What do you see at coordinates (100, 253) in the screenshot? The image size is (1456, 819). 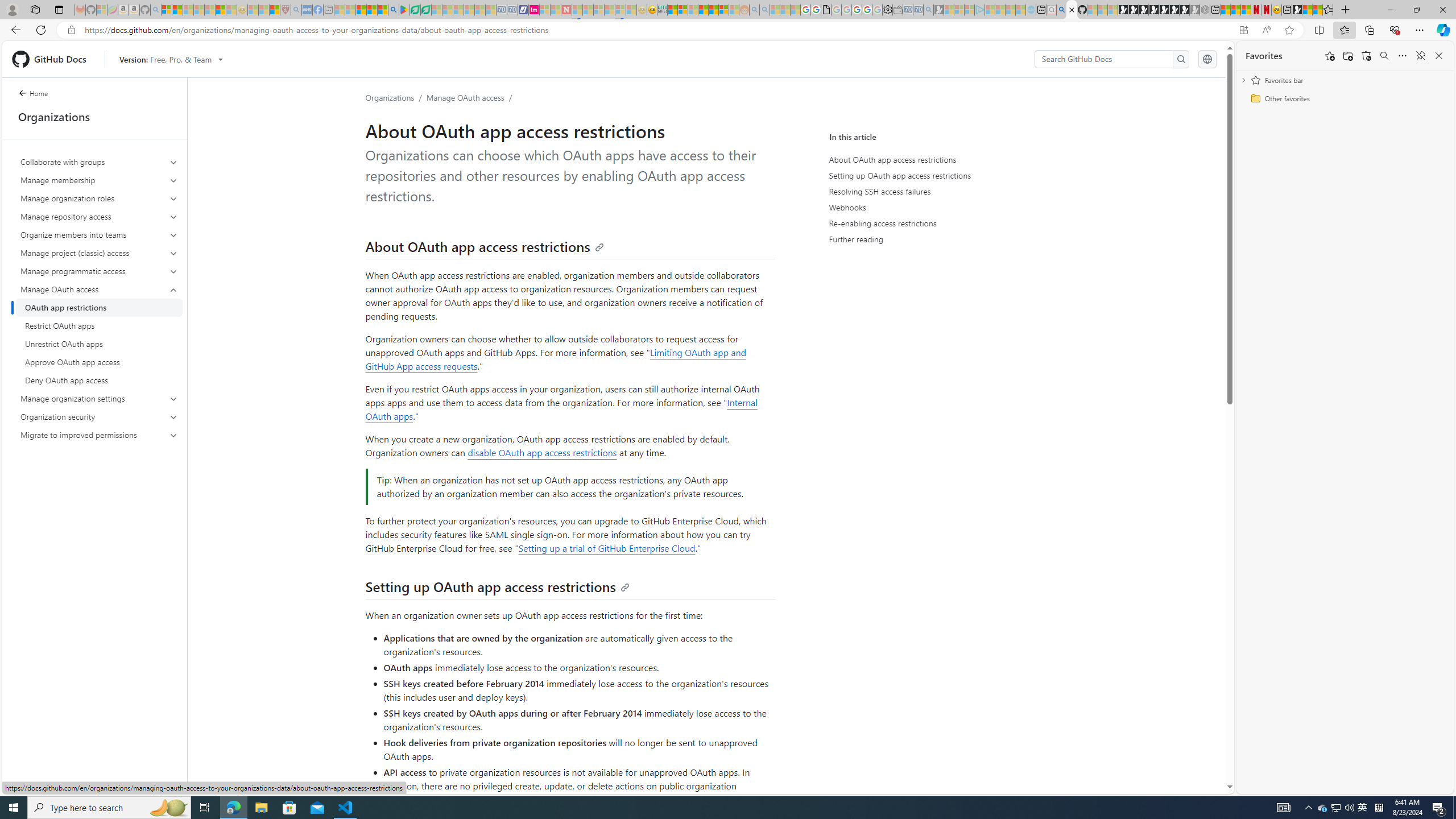 I see `'Manage project (classic) access'` at bounding box center [100, 253].